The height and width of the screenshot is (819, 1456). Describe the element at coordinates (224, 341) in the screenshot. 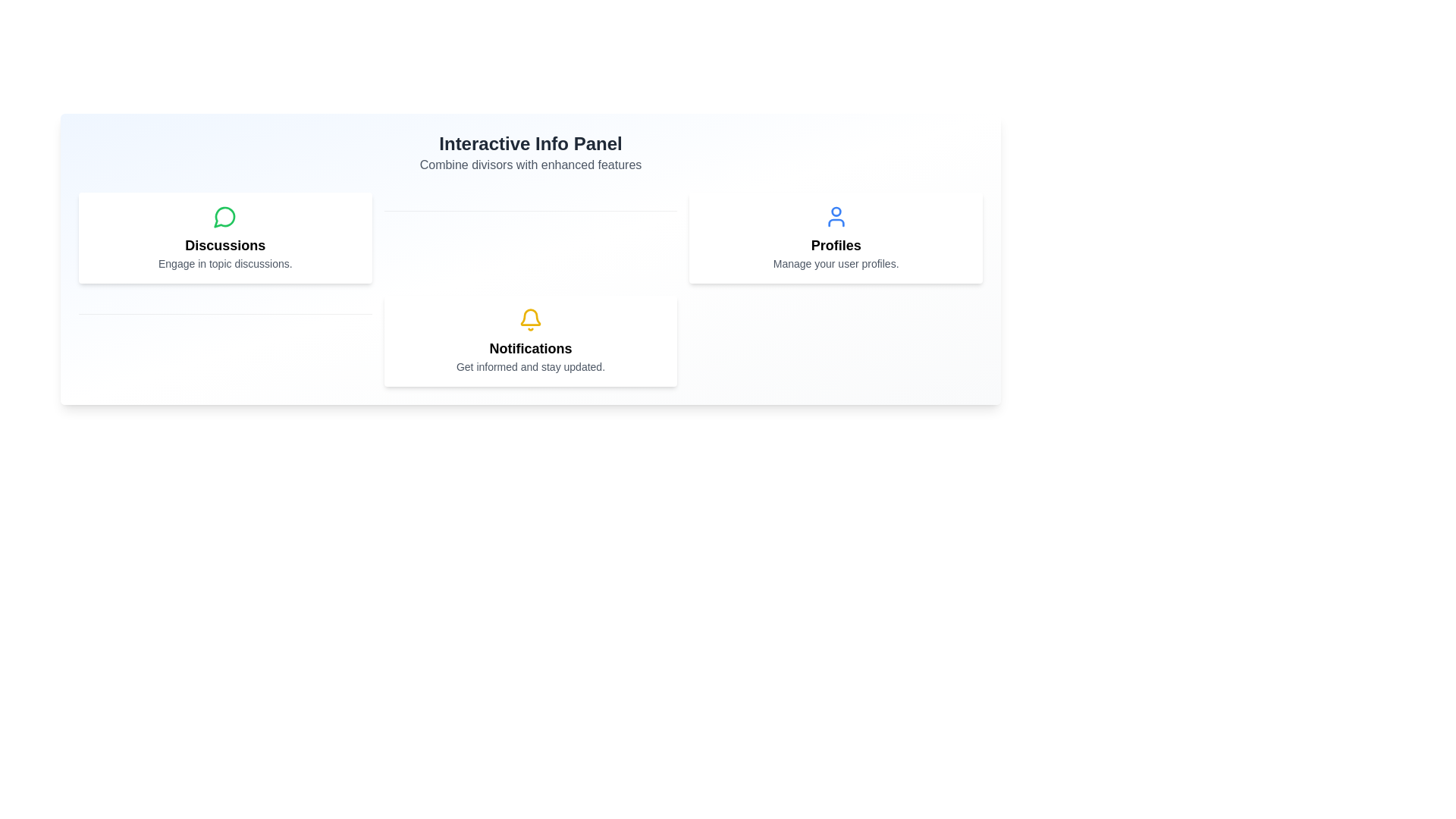

I see `the horizontal divider line located between the 'Discussions' and 'Notifications' sections, which is styled as a thin, straight line` at that location.